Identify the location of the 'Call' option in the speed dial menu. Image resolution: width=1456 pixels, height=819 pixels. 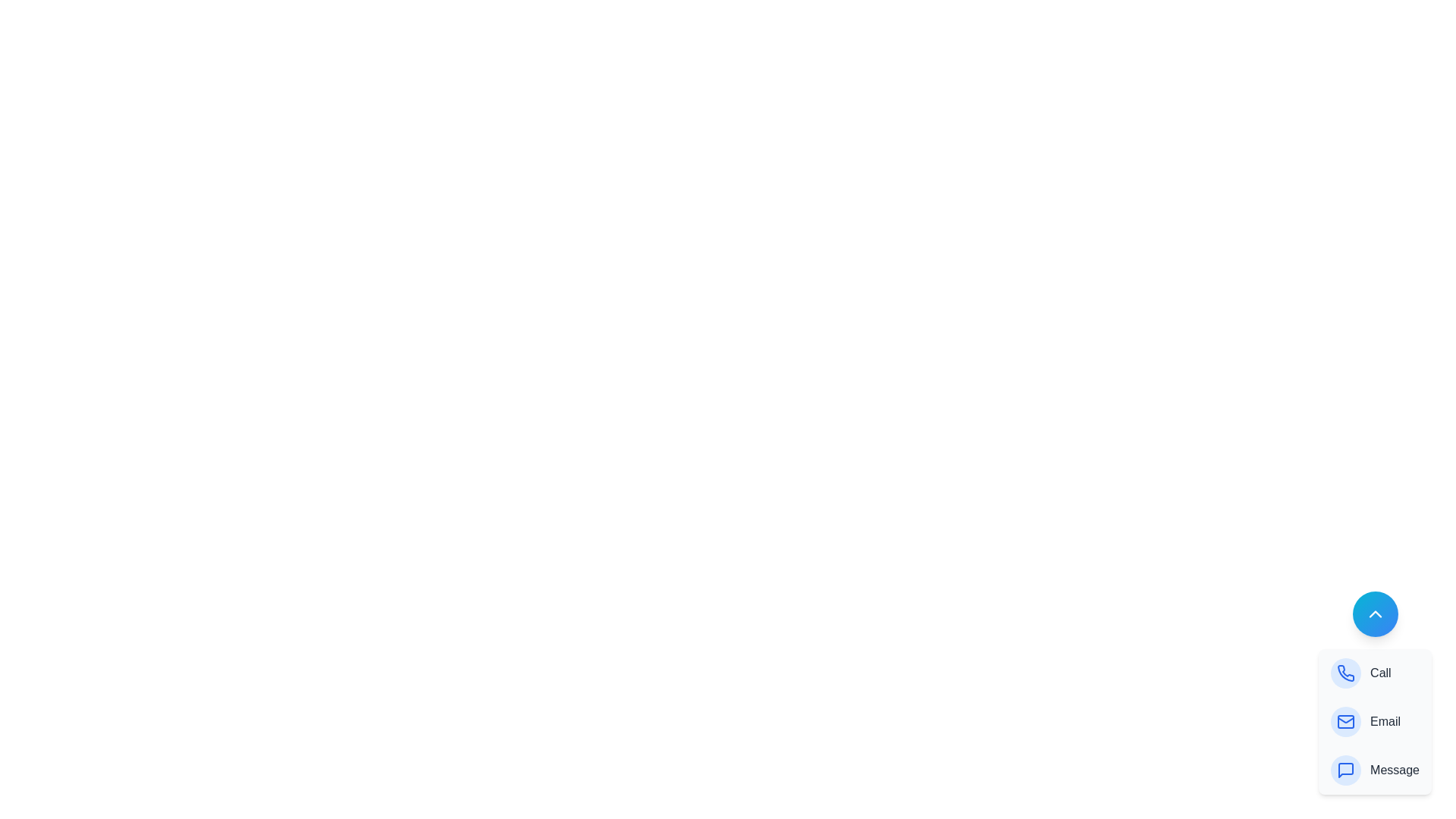
(1375, 672).